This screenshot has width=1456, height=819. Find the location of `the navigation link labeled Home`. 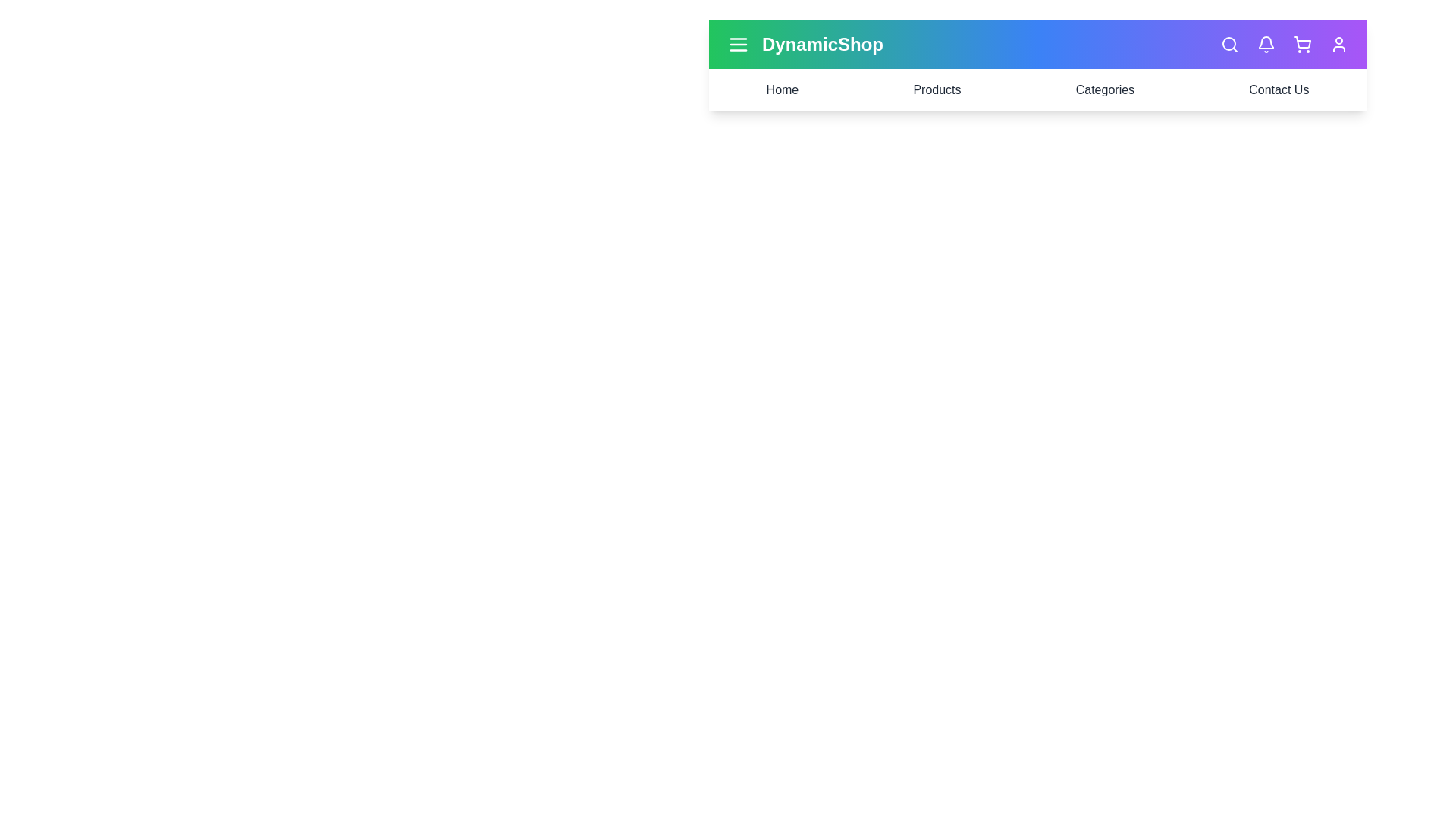

the navigation link labeled Home is located at coordinates (783, 90).